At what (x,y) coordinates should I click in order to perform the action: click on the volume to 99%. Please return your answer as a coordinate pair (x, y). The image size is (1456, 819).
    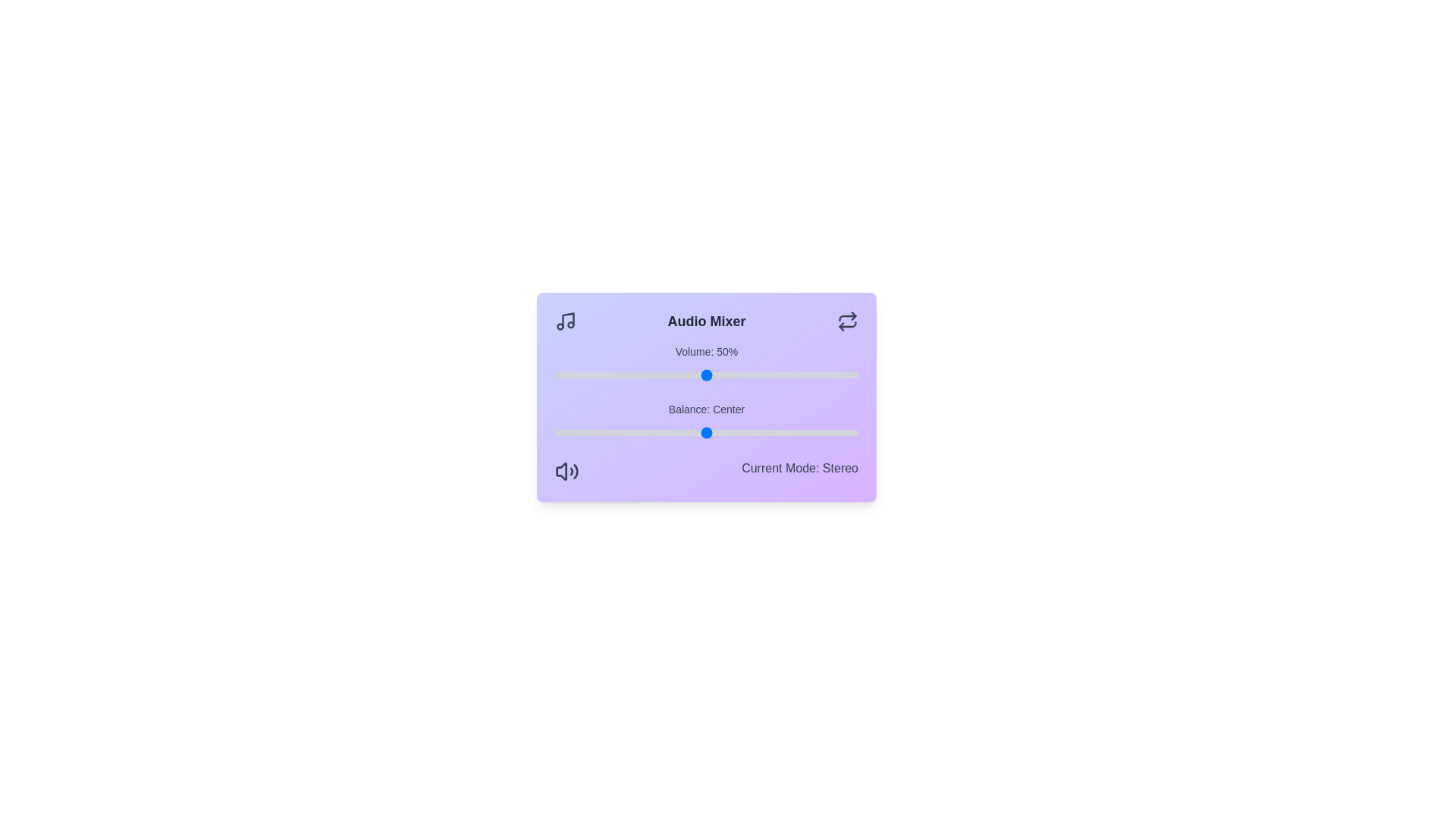
    Looking at the image, I should click on (855, 375).